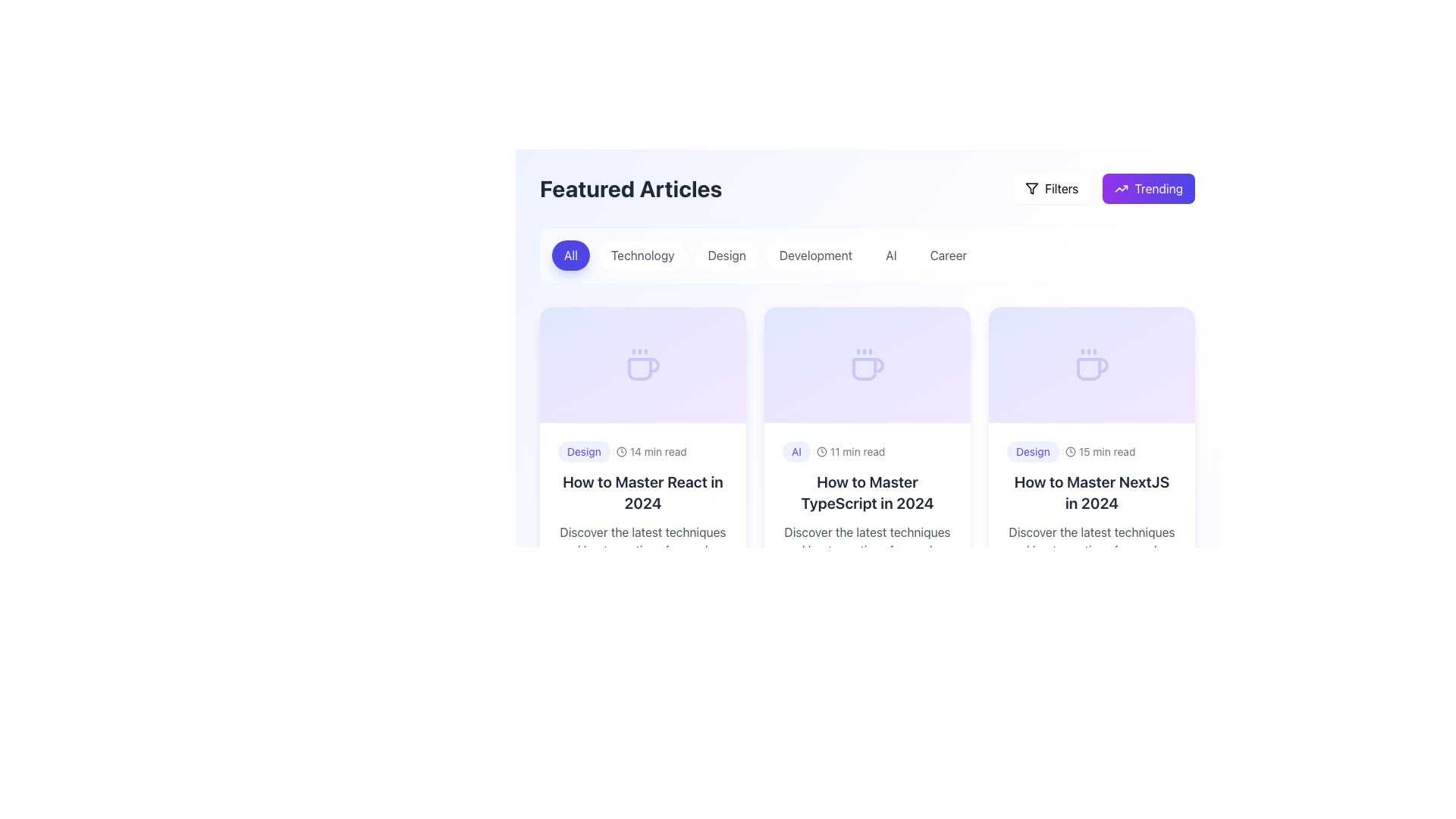  Describe the element at coordinates (1092, 493) in the screenshot. I see `the article title 'How to Master NextJS in 2024' which is styled with large, bold, dark-gray font and located centrally within the third article card in the 'Featured Articles' section` at that location.